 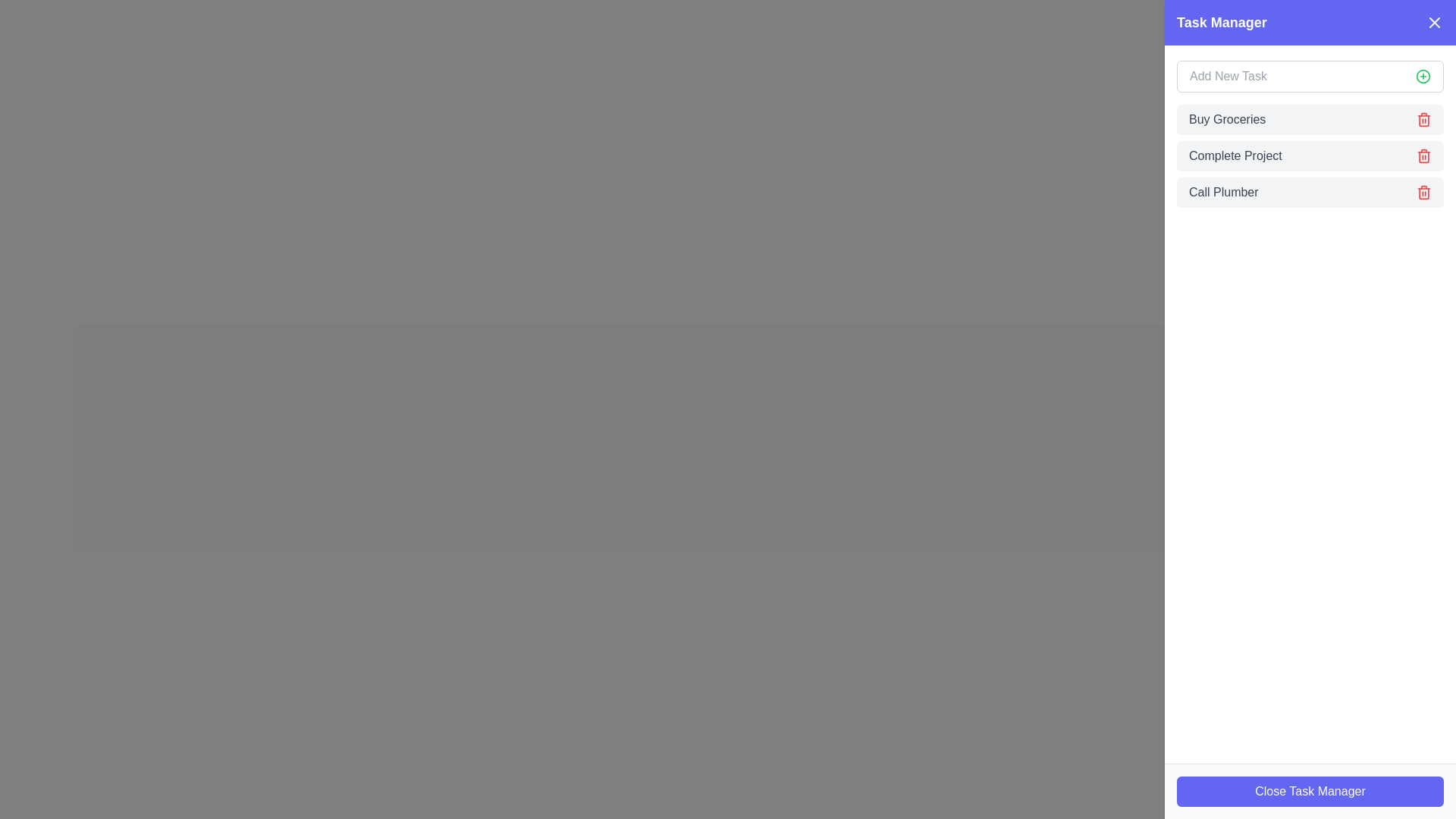 I want to click on the close button of the 'Task Manager' panel to observe the color change, so click(x=1310, y=791).